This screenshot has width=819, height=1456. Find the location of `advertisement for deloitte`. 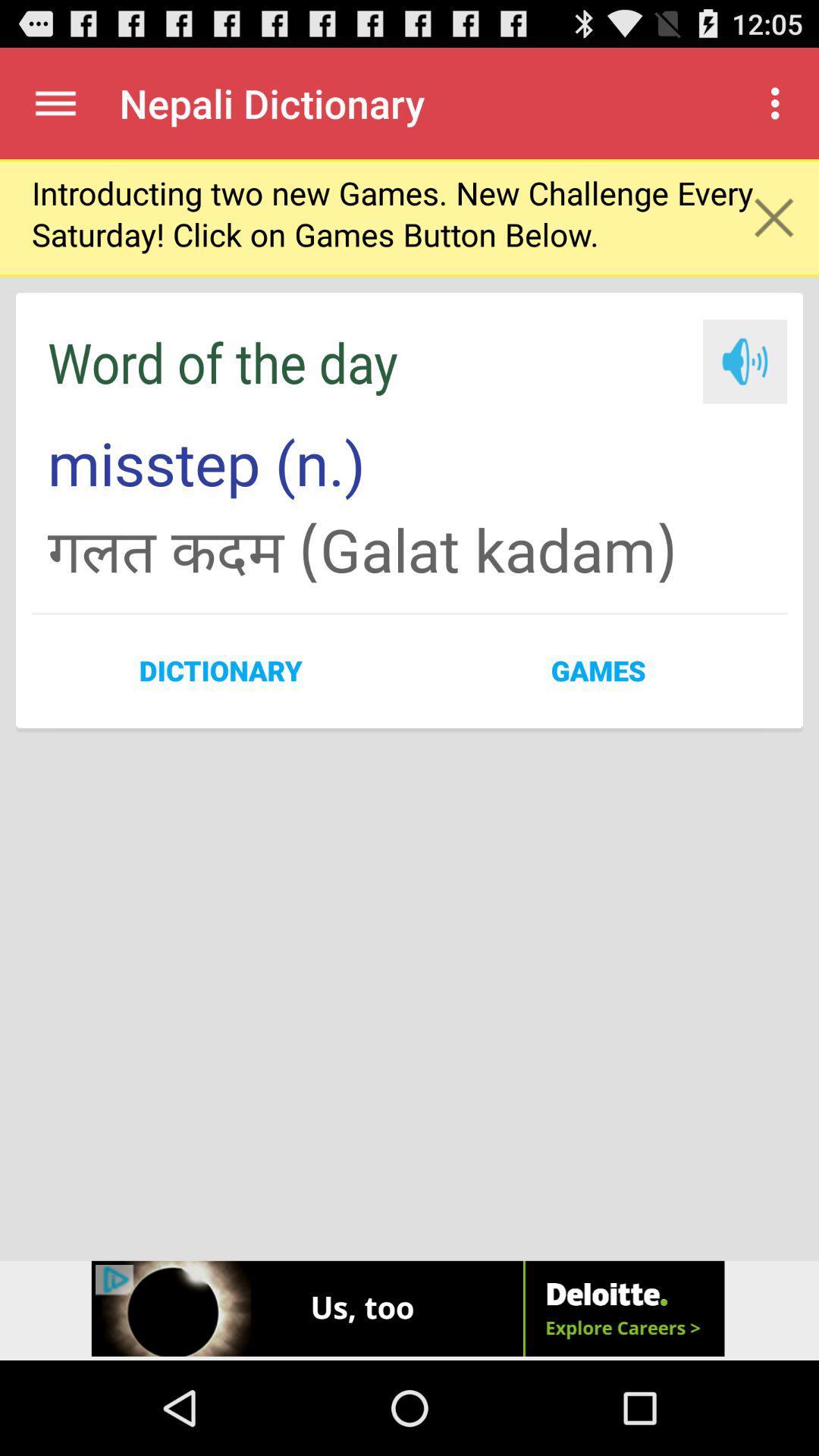

advertisement for deloitte is located at coordinates (409, 1310).